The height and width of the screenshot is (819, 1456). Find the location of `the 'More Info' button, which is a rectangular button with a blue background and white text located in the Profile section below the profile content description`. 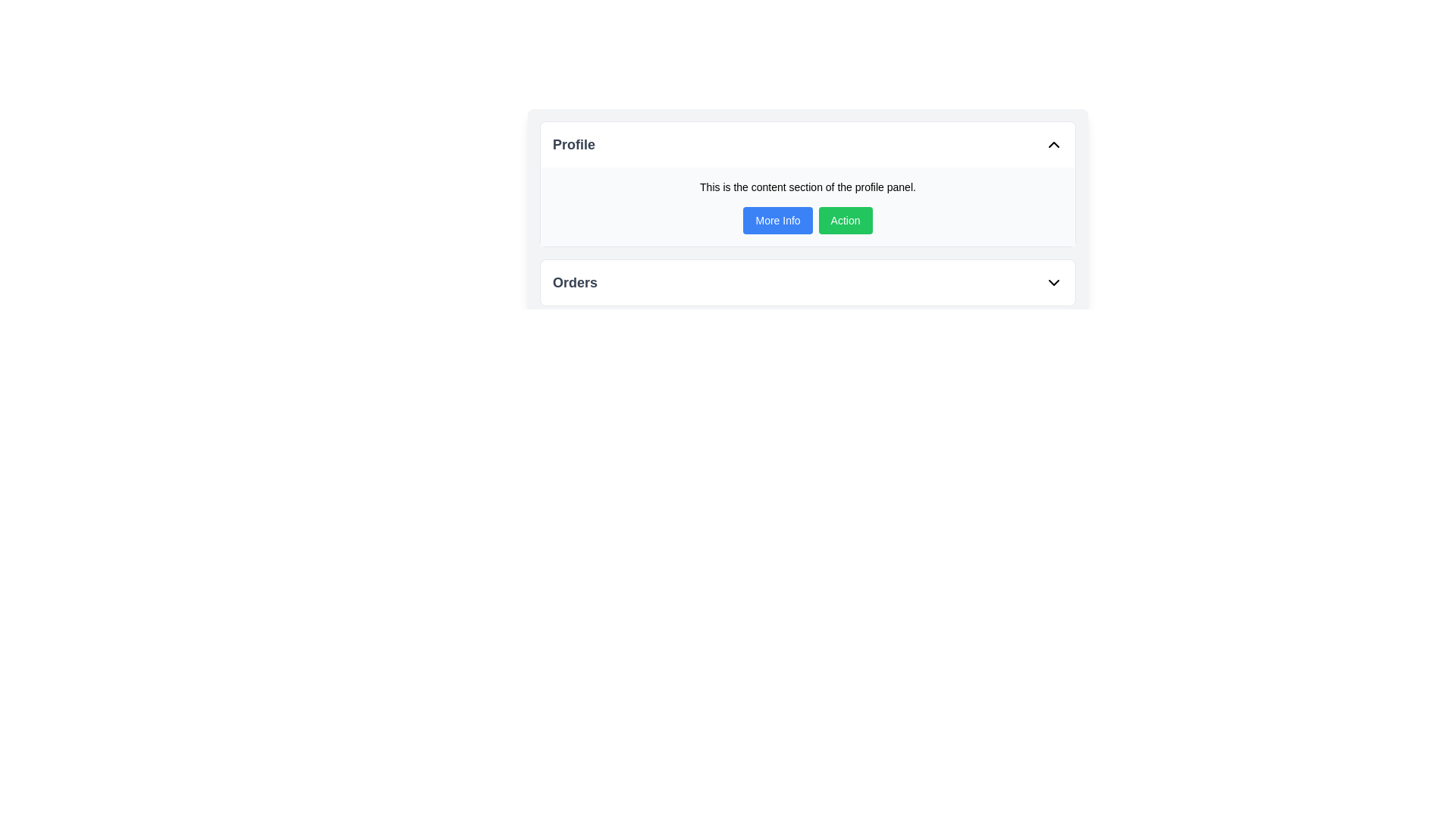

the 'More Info' button, which is a rectangular button with a blue background and white text located in the Profile section below the profile content description is located at coordinates (778, 220).